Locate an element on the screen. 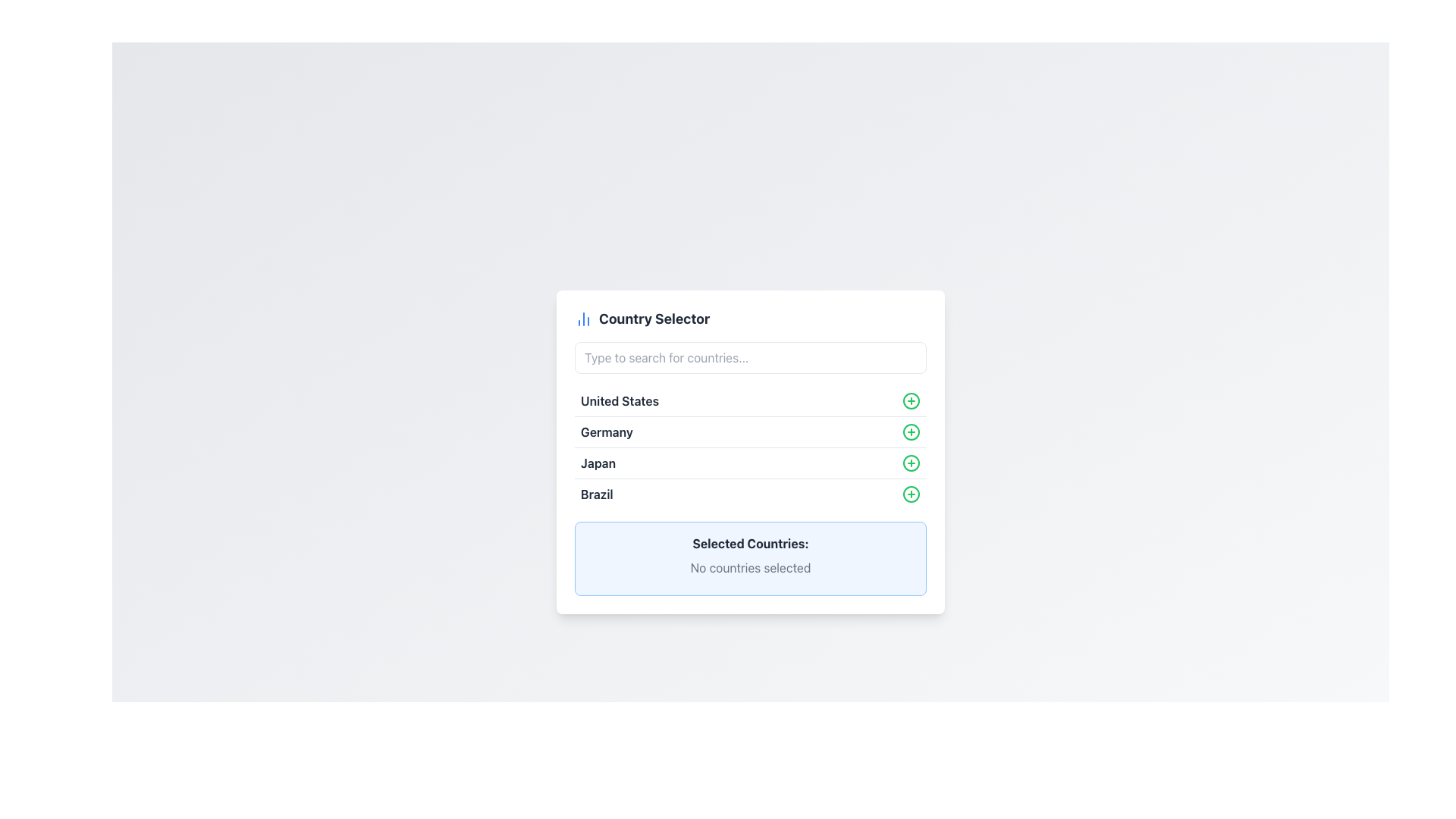  the list item labeled 'Japan' which is the third item in the 'Country Selector' box to trigger hover effects is located at coordinates (750, 461).